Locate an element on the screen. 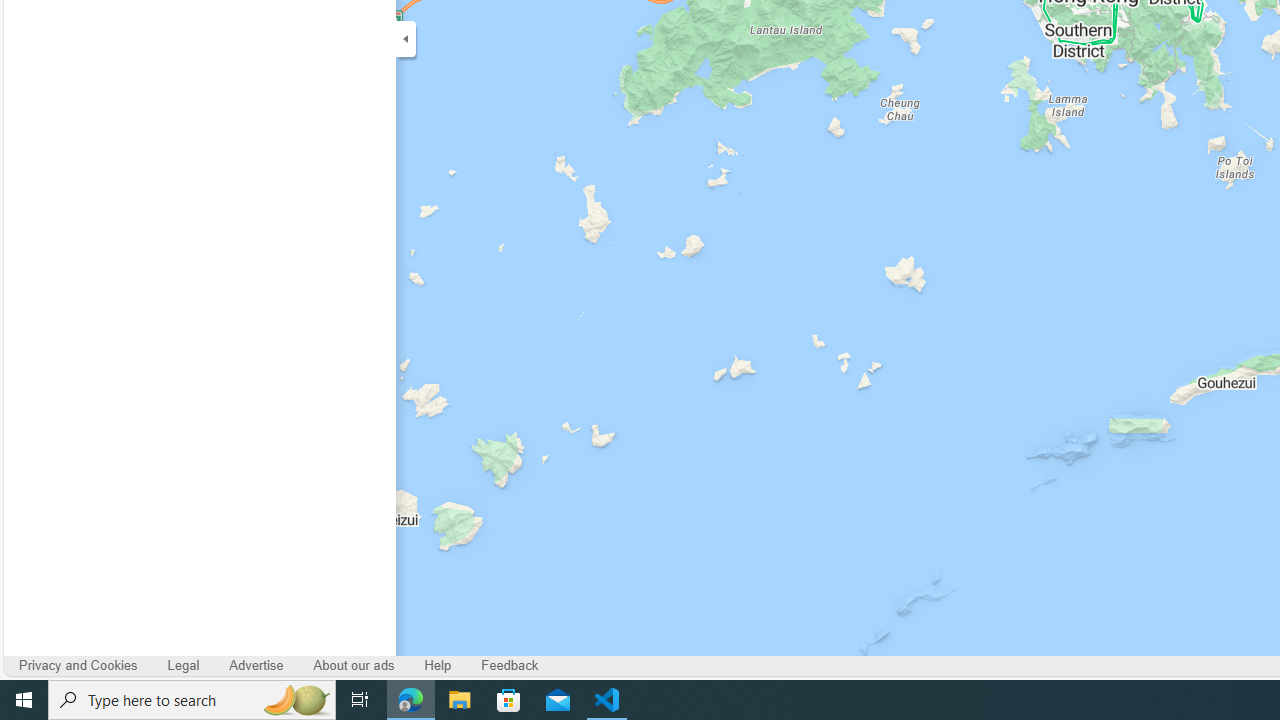 The image size is (1280, 720). 'Advertise' is located at coordinates (255, 665).